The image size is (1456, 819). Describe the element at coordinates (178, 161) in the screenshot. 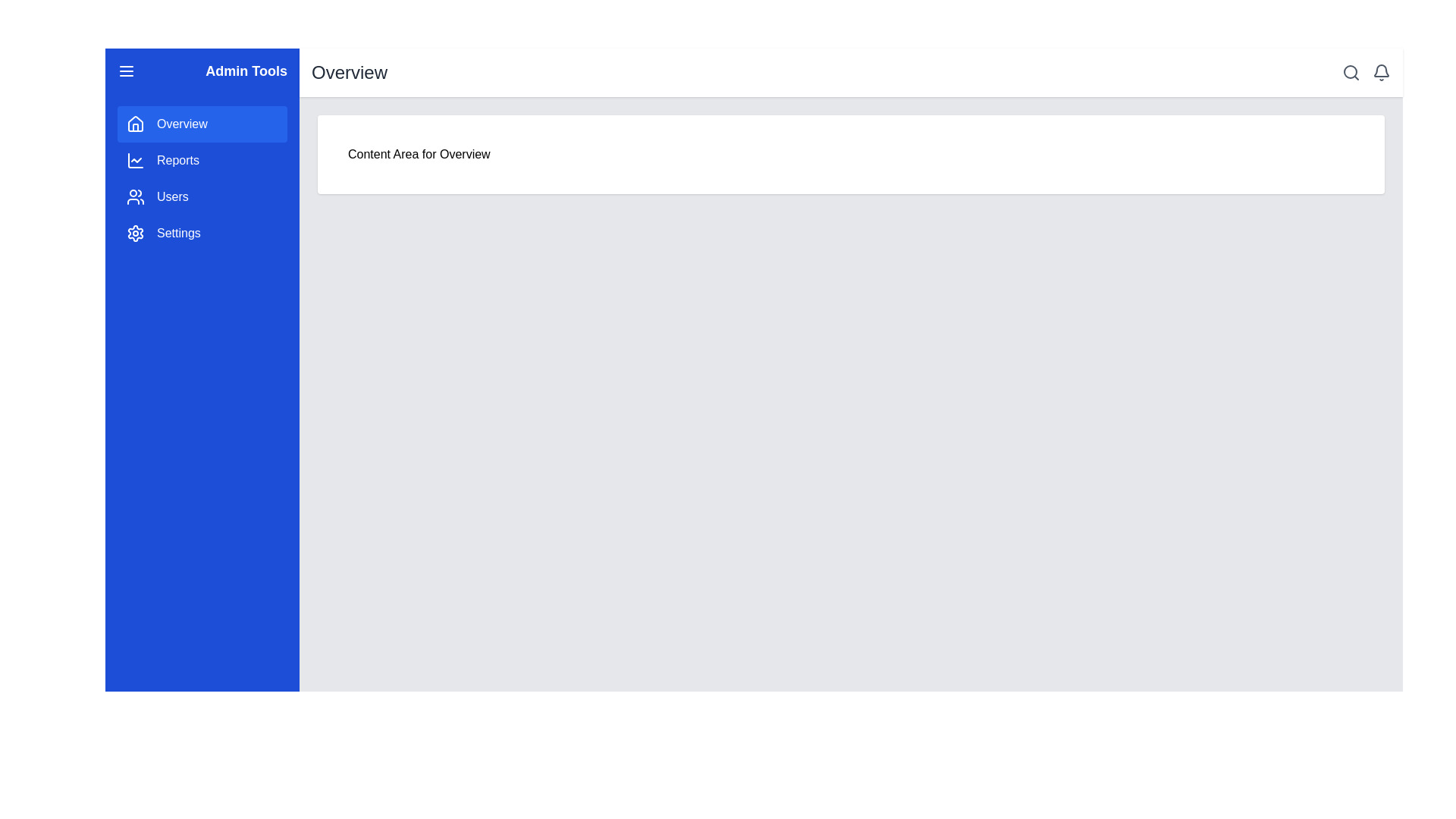

I see `the 'Reports' text label in the vertical navigation menu` at that location.